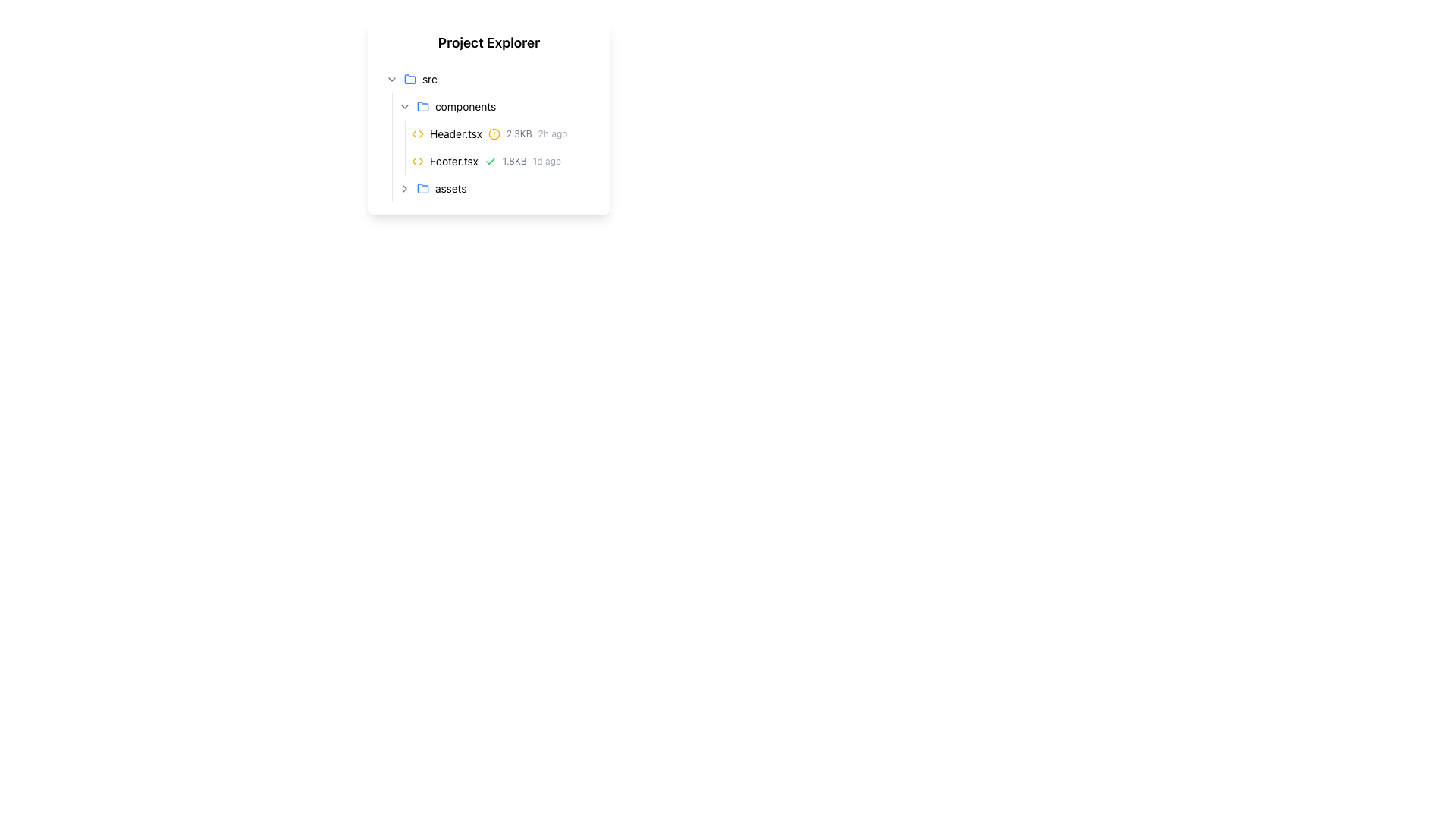 The height and width of the screenshot is (819, 1456). Describe the element at coordinates (528, 133) in the screenshot. I see `the File metadata display, which consists of an alert icon with a yellow outline and exclamation mark, followed by the text '2.3KB' and '2h ago', located in the components folder under Header.tsx` at that location.